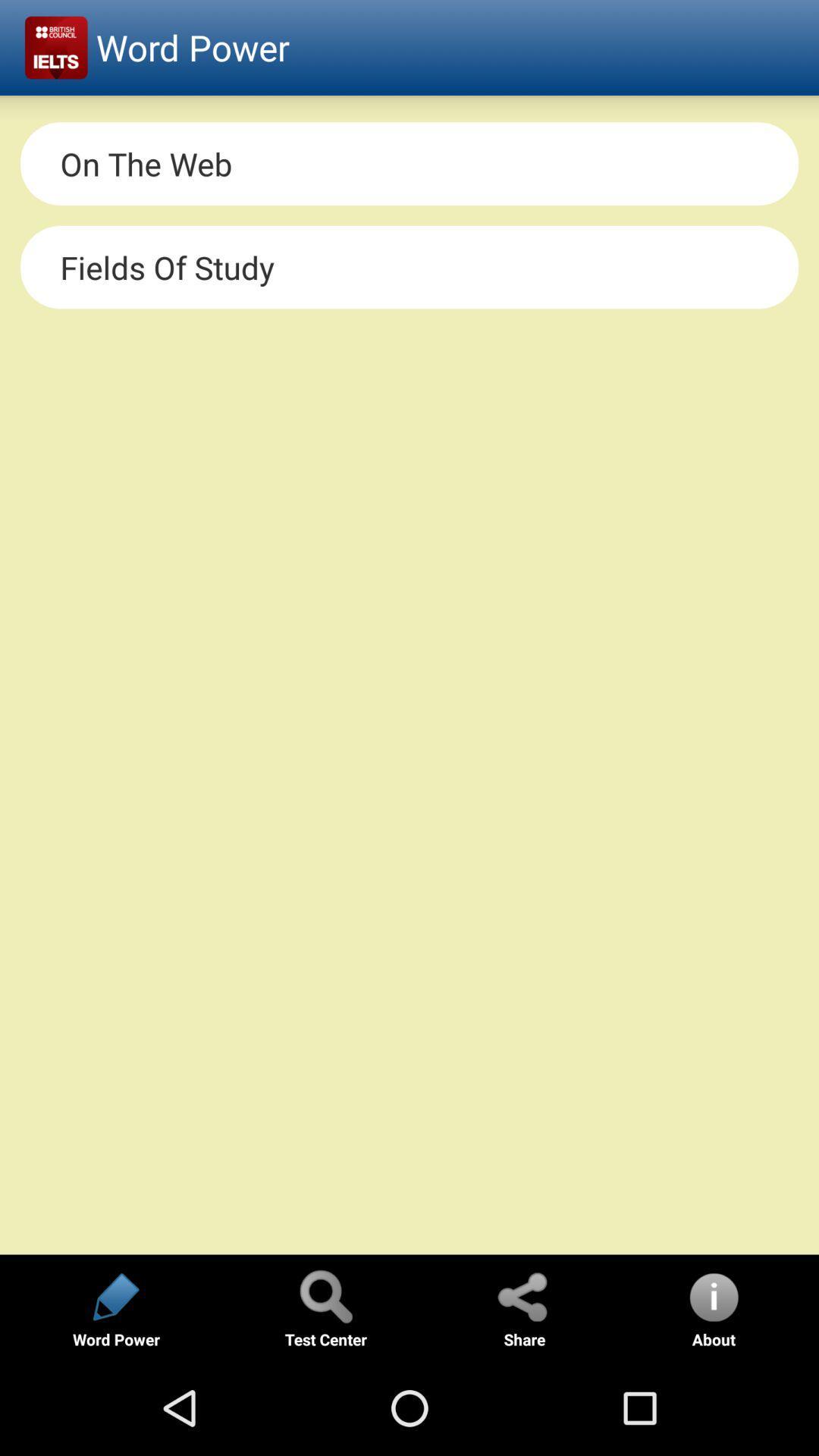 The width and height of the screenshot is (819, 1456). What do you see at coordinates (325, 1295) in the screenshot?
I see `link to test center` at bounding box center [325, 1295].